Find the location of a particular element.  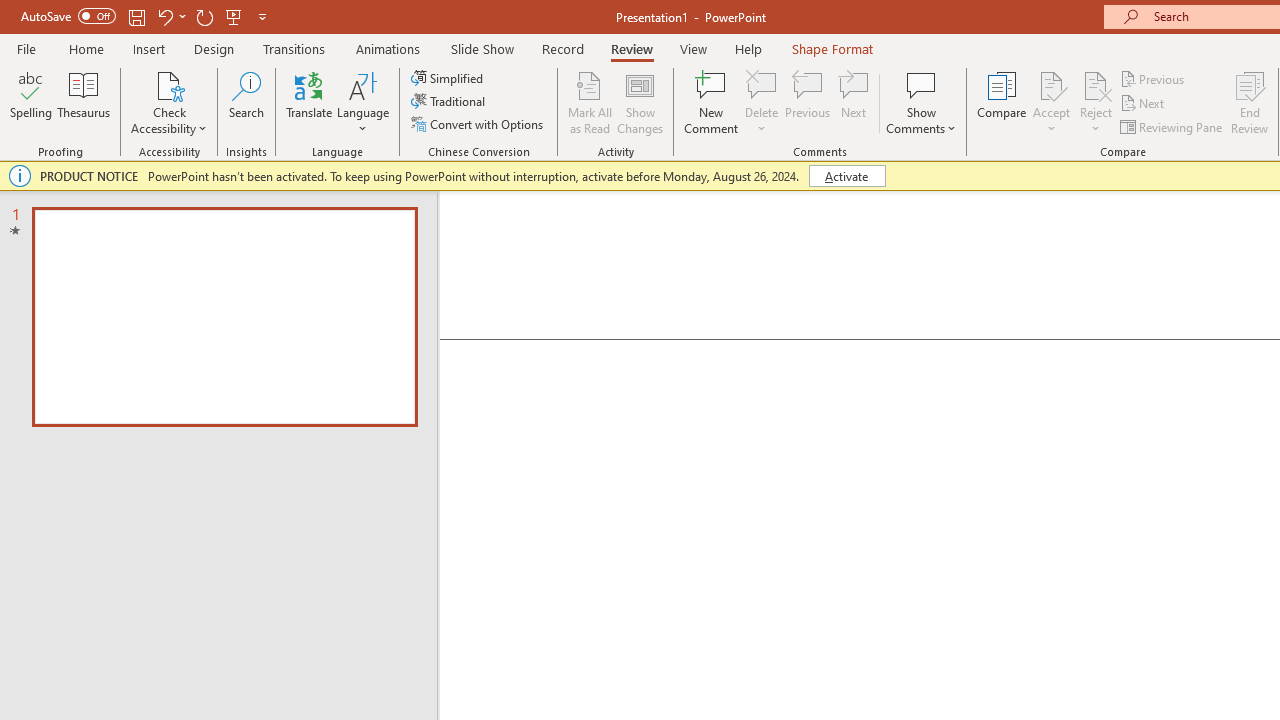

'Convert with Options...' is located at coordinates (478, 124).